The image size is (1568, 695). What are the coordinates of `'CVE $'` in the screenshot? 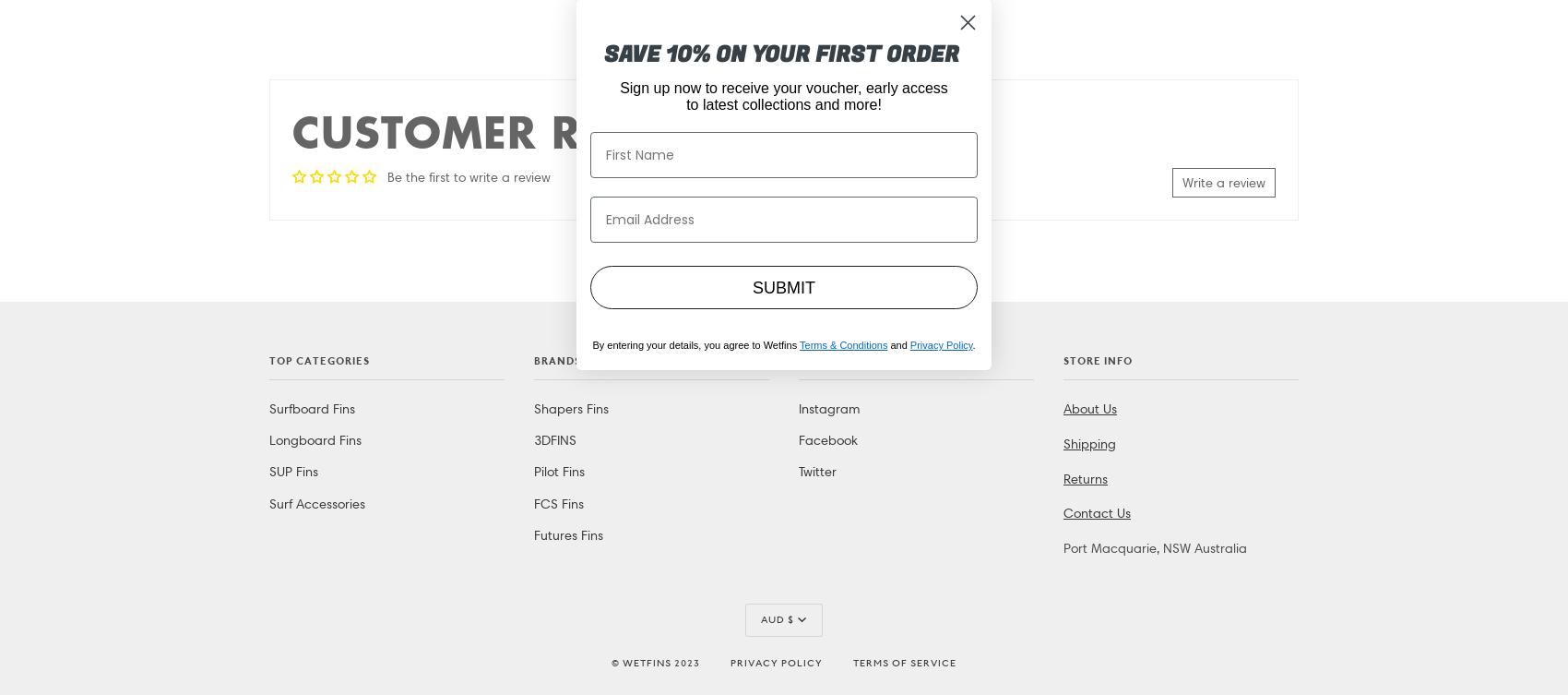 It's located at (774, 222).